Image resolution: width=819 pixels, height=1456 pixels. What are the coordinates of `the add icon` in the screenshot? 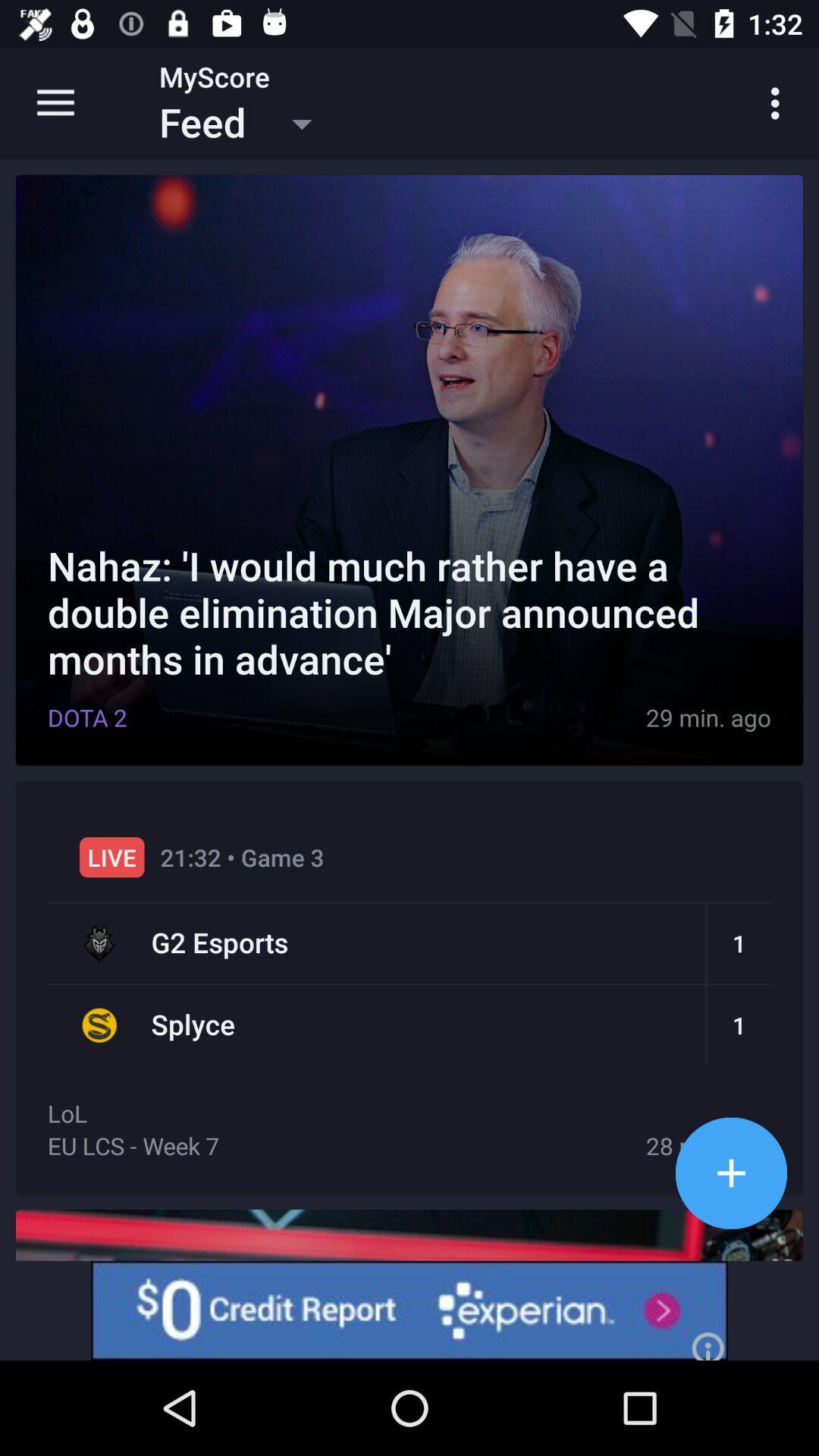 It's located at (730, 1172).